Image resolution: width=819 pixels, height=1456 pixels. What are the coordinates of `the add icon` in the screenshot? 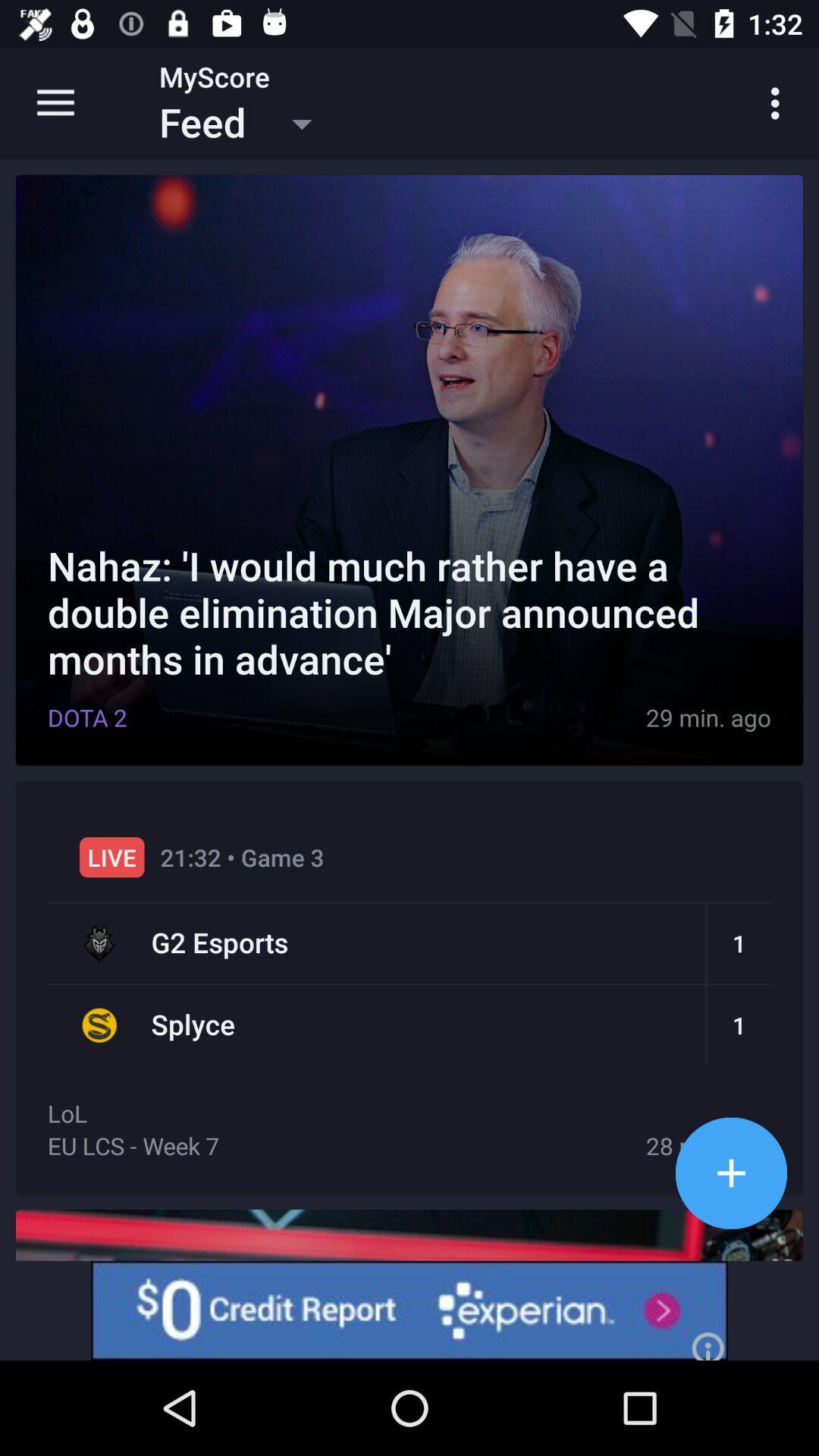 It's located at (730, 1172).